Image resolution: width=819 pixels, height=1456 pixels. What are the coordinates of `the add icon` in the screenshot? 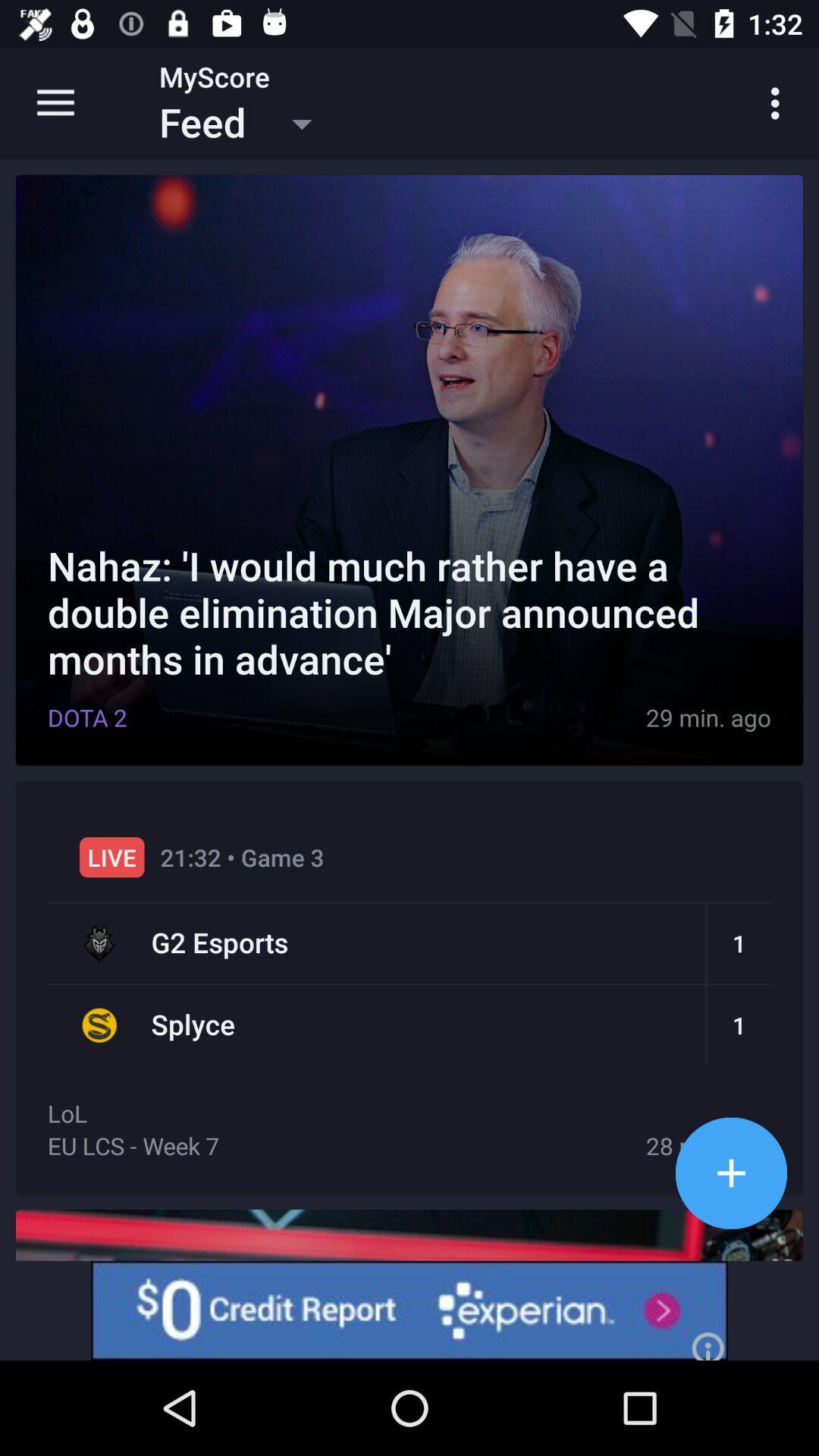 It's located at (730, 1172).